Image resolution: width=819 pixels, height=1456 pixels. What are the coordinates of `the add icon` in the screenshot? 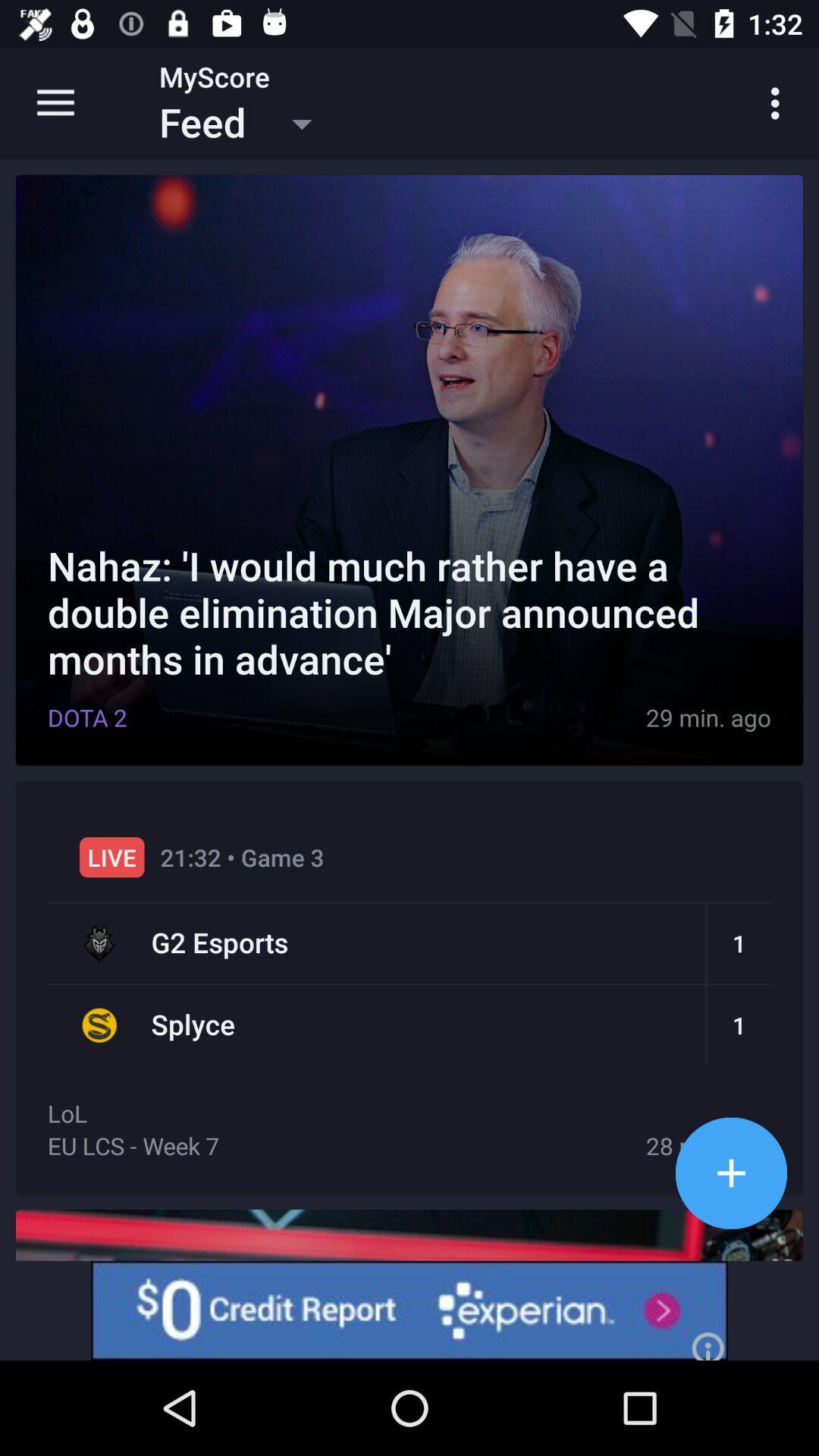 It's located at (730, 1172).